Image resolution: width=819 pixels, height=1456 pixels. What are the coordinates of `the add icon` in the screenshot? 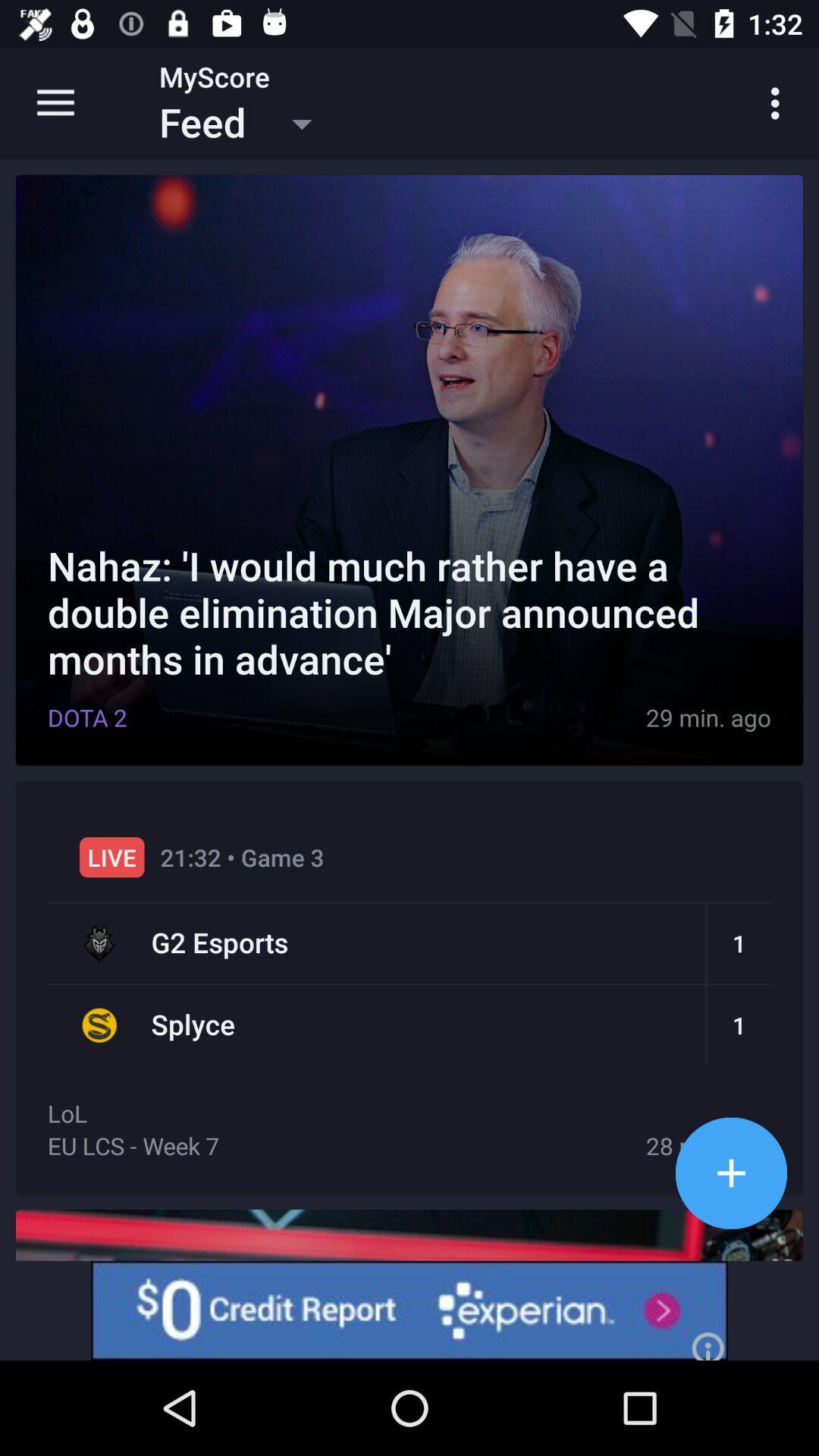 It's located at (730, 1172).